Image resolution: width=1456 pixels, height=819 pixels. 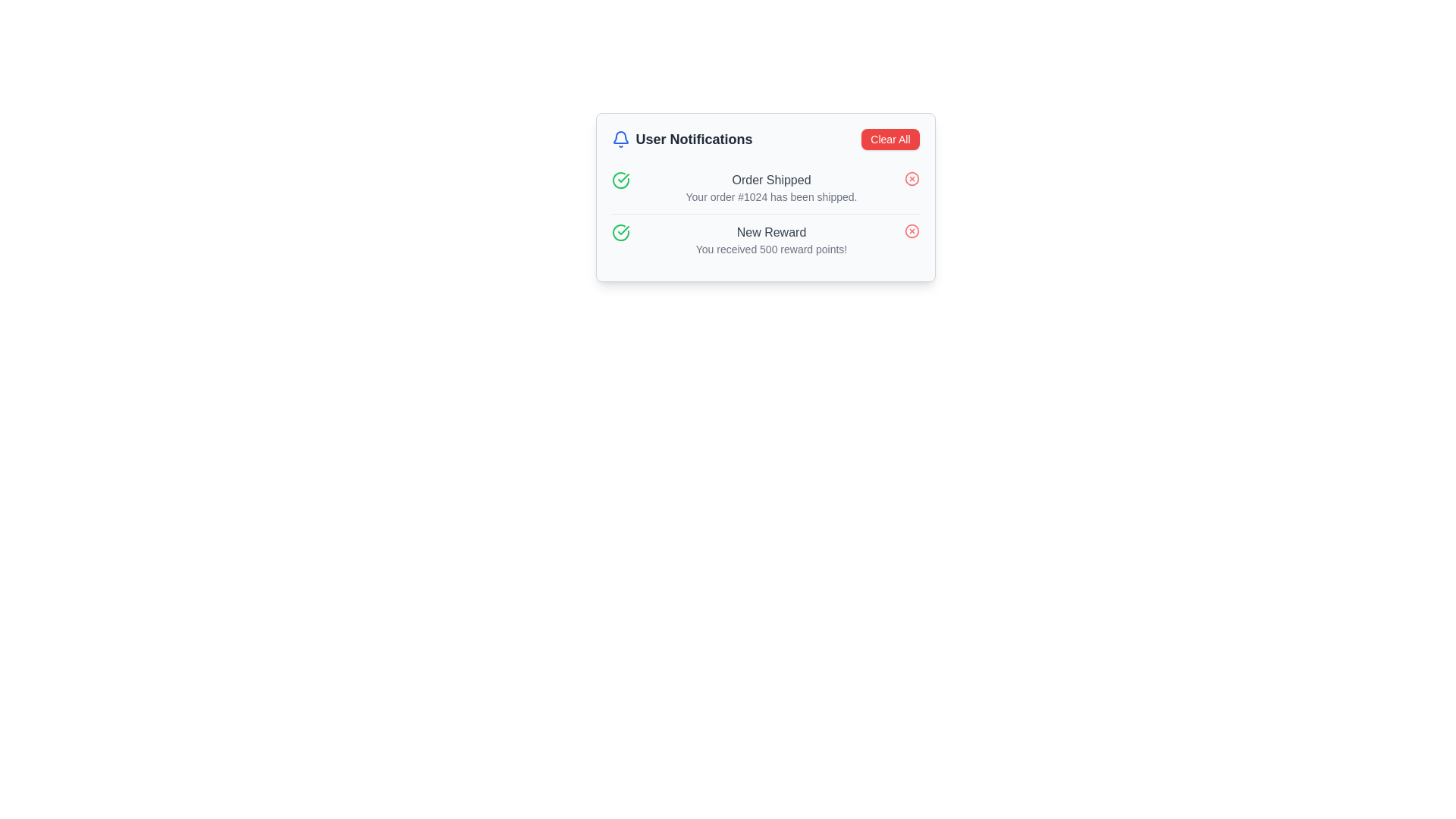 What do you see at coordinates (620, 140) in the screenshot?
I see `the notification icon positioned to the left of the text 'User Notifications' in the notification panel` at bounding box center [620, 140].